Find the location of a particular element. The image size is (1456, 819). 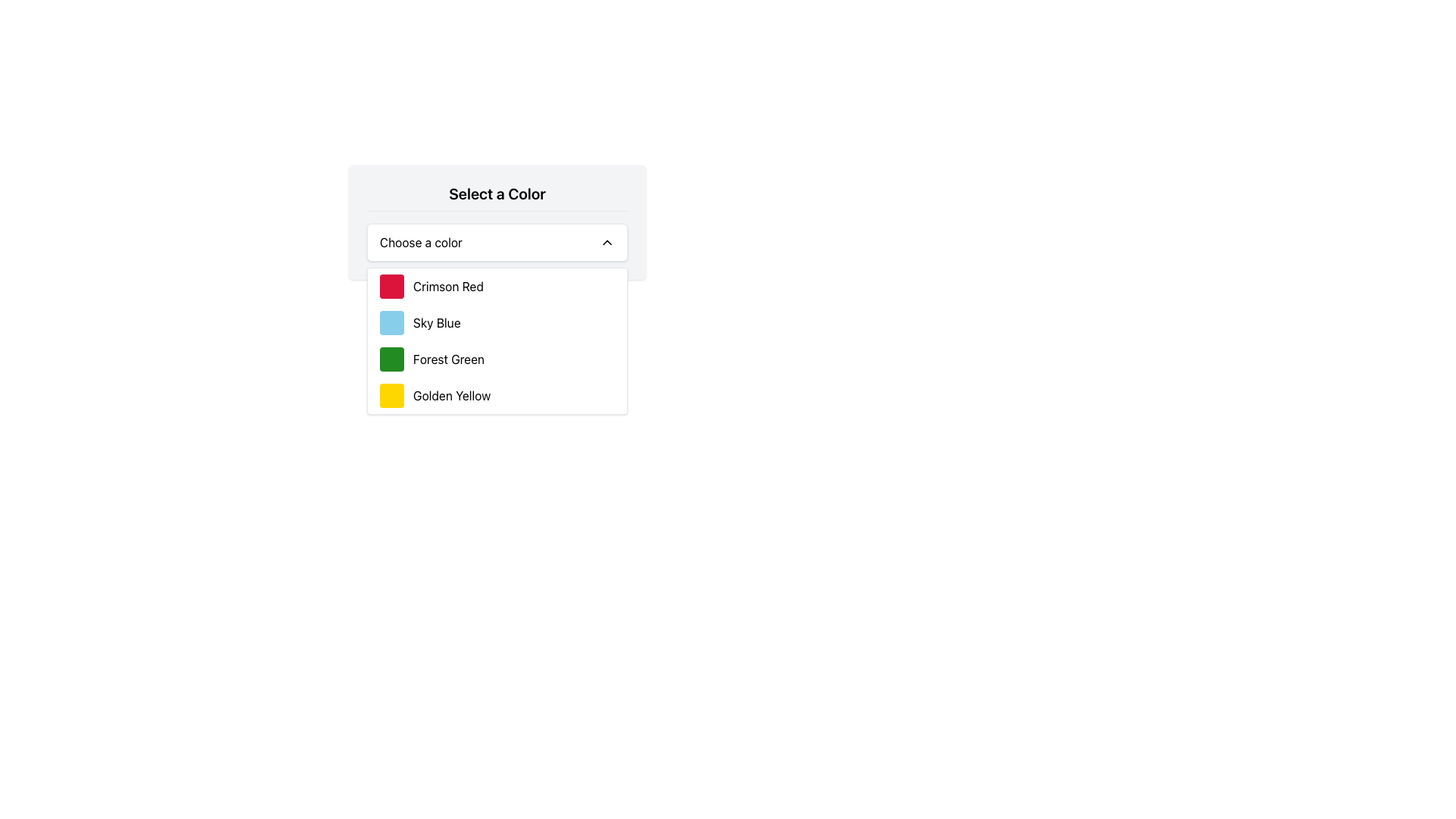

the Drop-down Menu titled 'Select a Color' is located at coordinates (497, 222).